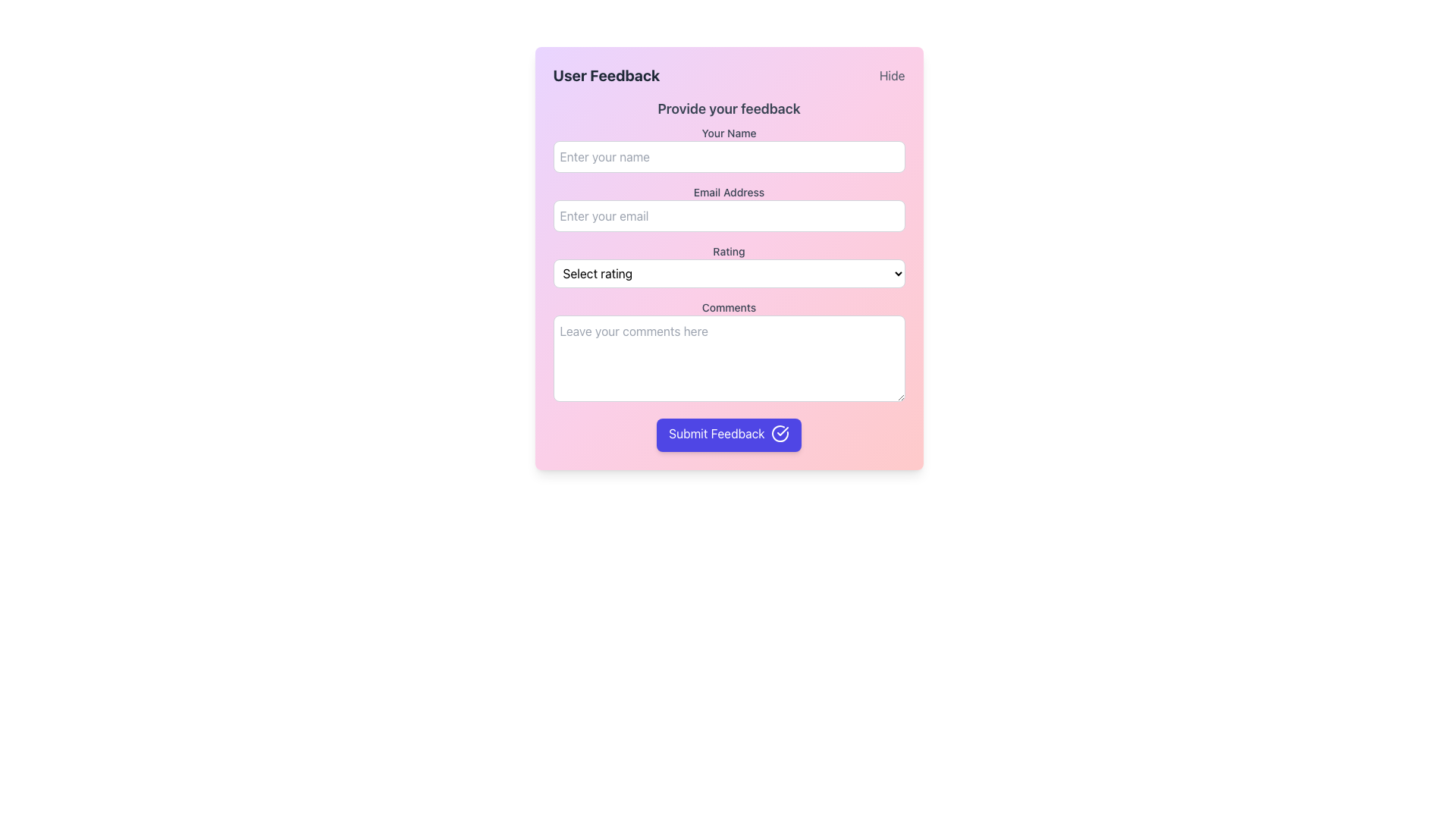 This screenshot has height=819, width=1456. Describe the element at coordinates (729, 192) in the screenshot. I see `the label that identifies the email input field in the feedback form, located directly above it` at that location.